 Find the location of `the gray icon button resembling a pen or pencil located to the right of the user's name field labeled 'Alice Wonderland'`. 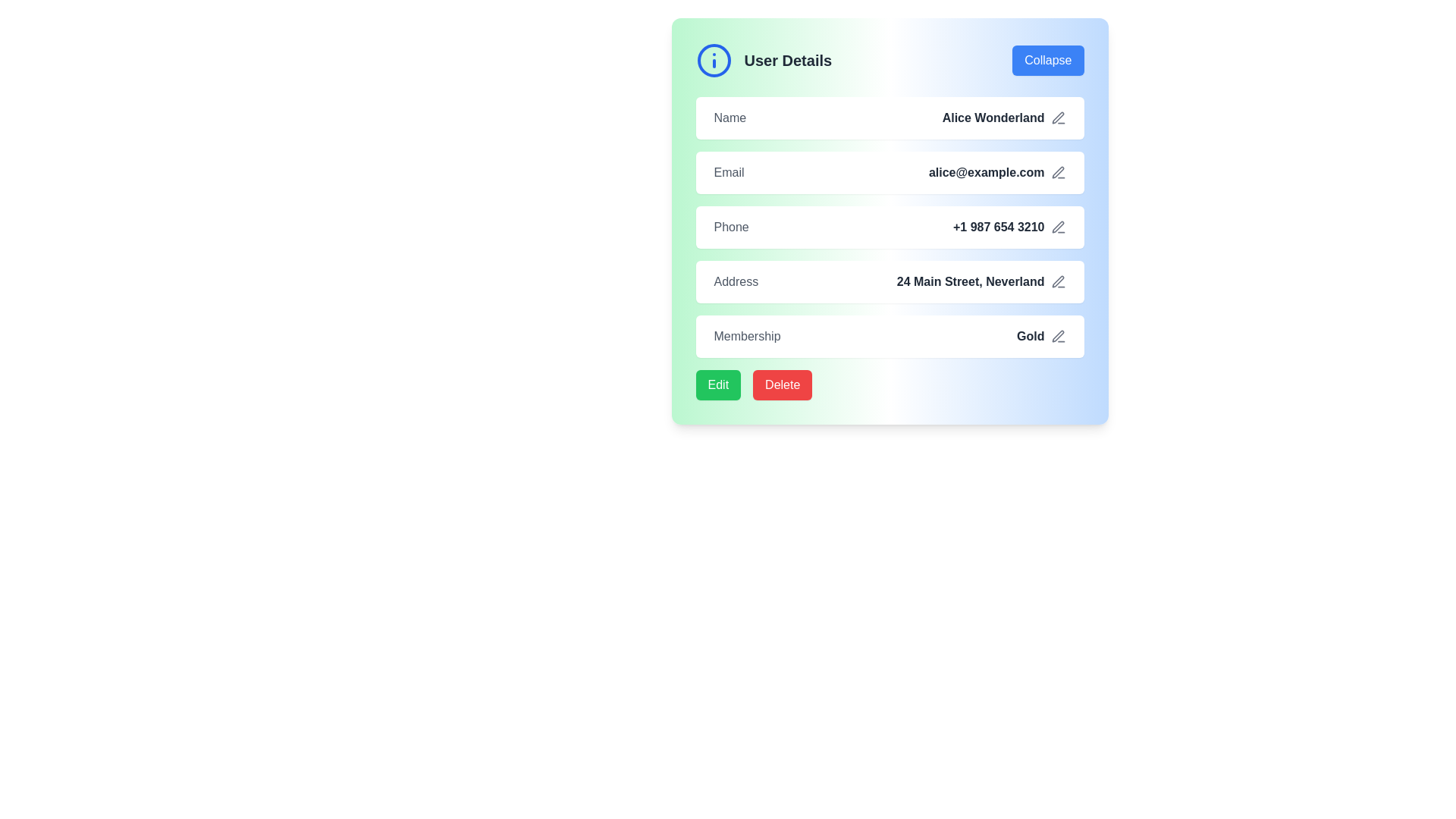

the gray icon button resembling a pen or pencil located to the right of the user's name field labeled 'Alice Wonderland' is located at coordinates (1057, 116).